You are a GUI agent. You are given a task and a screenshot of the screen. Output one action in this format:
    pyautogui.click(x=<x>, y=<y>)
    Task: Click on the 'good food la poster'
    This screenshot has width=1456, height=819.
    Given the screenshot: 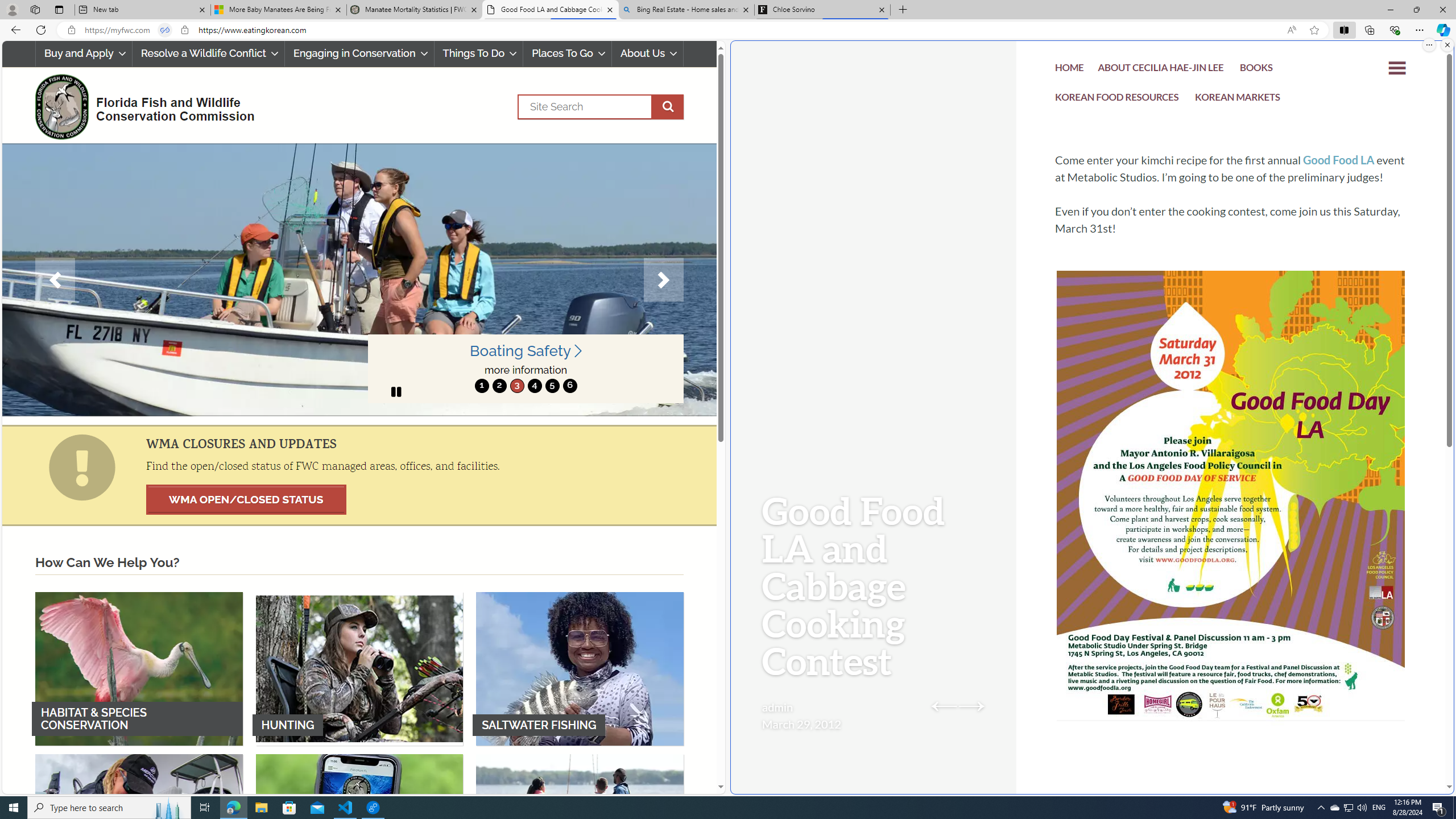 What is the action you would take?
    pyautogui.click(x=1231, y=530)
    